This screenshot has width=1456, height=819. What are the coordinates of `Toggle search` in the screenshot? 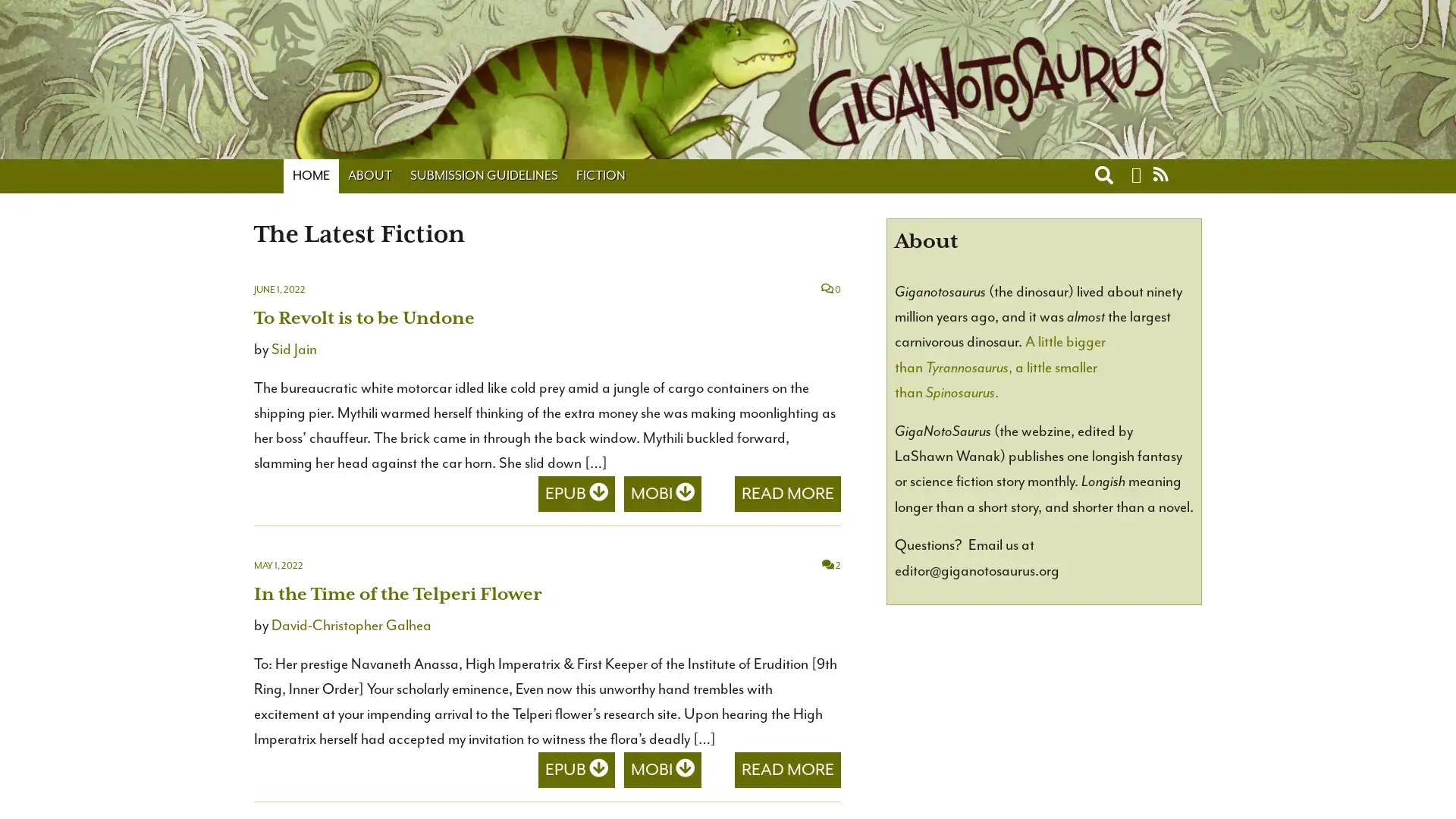 It's located at (1096, 174).